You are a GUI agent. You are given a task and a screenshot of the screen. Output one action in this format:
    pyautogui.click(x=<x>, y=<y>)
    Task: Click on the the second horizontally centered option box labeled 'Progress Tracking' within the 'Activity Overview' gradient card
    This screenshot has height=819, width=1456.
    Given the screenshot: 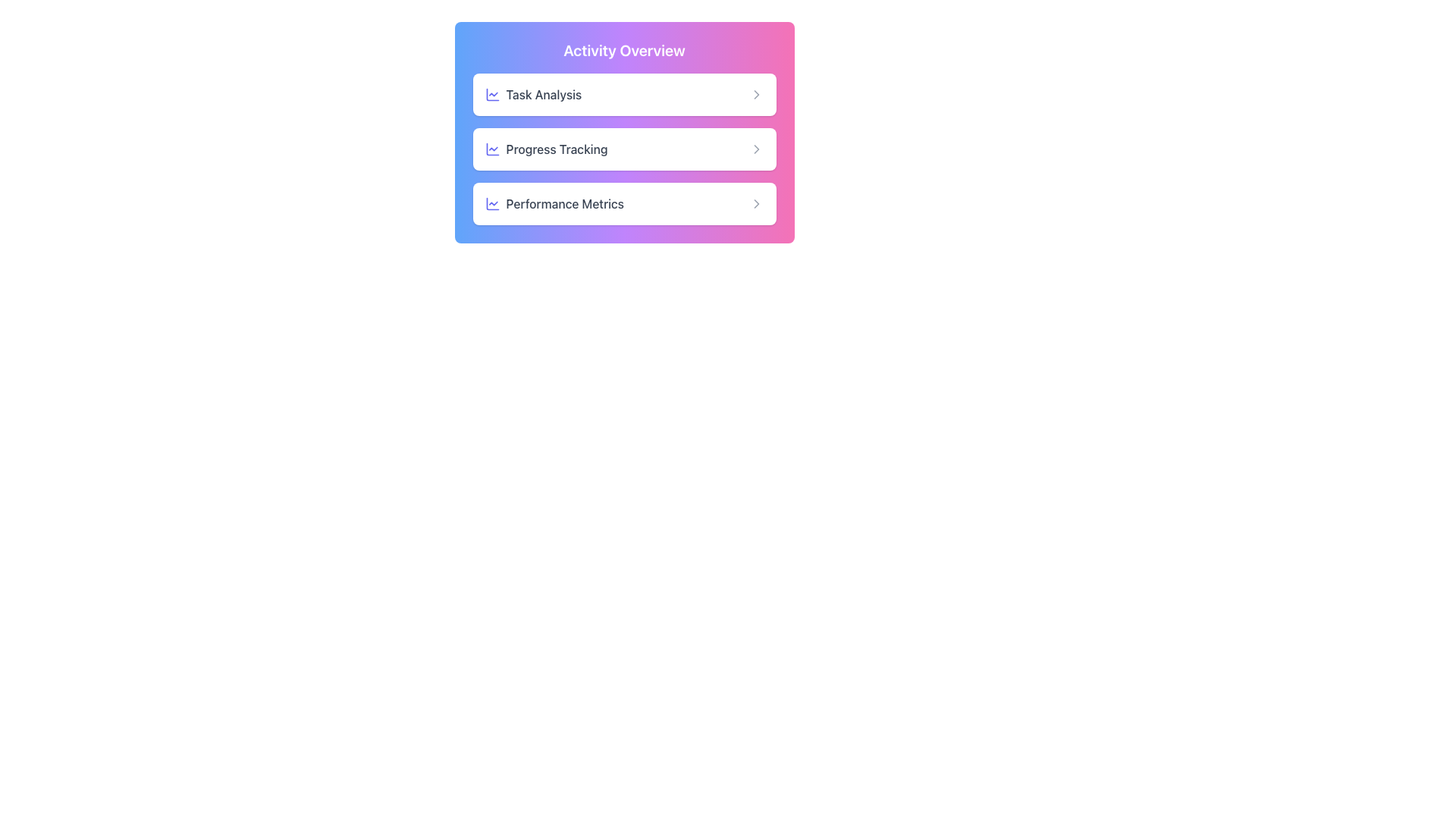 What is the action you would take?
    pyautogui.click(x=624, y=131)
    